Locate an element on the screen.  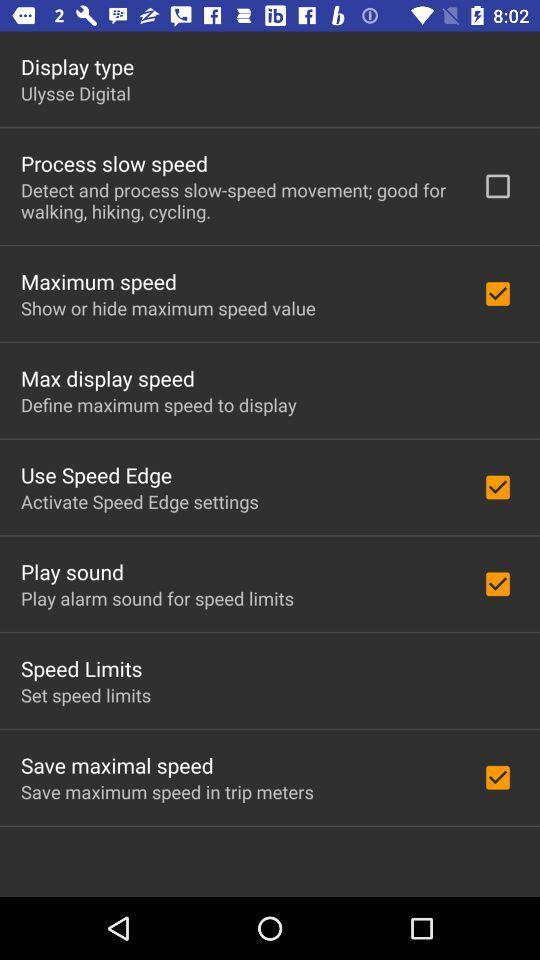
item below maximum speed icon is located at coordinates (167, 308).